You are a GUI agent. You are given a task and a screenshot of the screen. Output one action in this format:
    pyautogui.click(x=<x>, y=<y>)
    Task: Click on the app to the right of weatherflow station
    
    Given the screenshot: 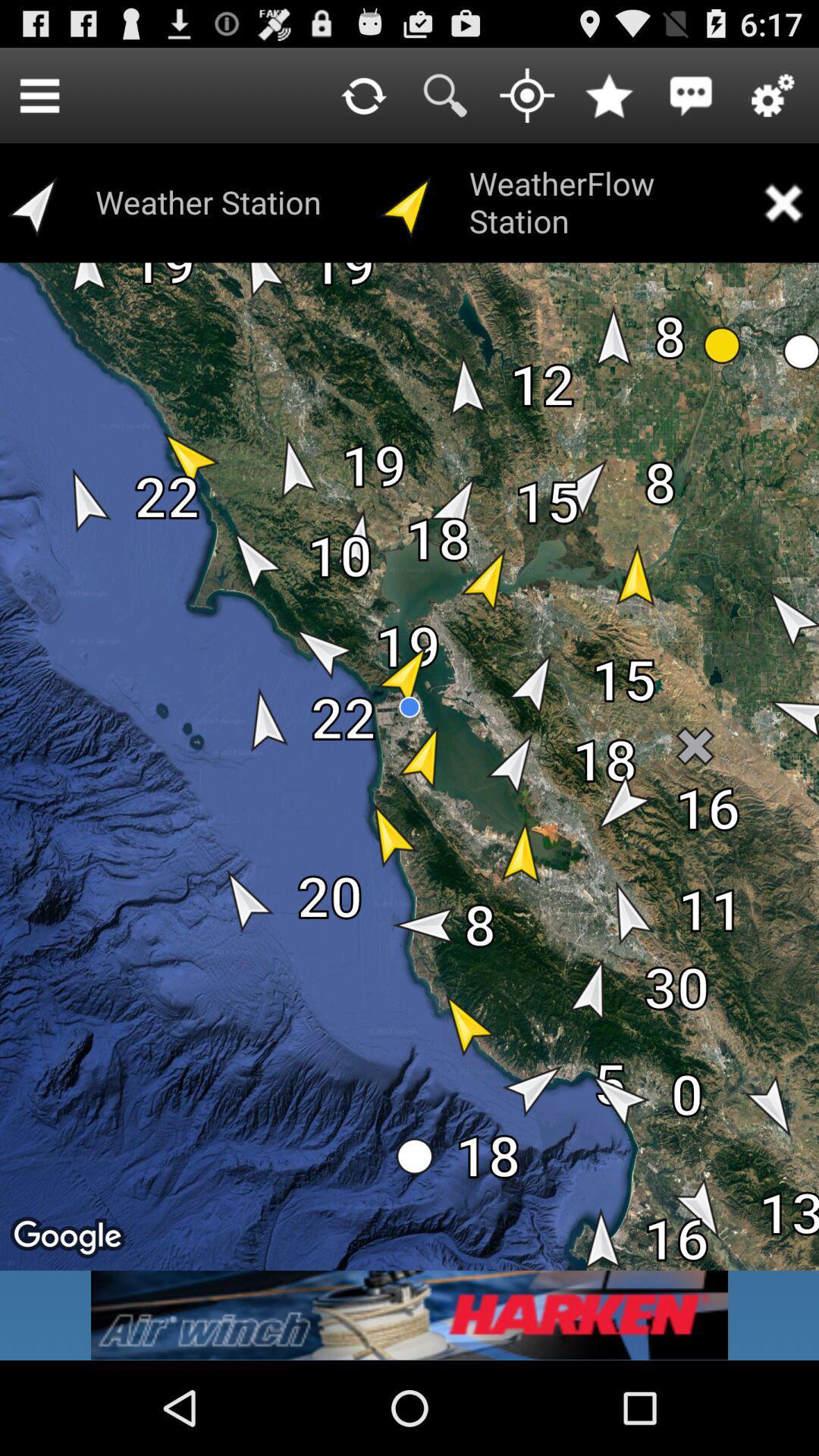 What is the action you would take?
    pyautogui.click(x=783, y=202)
    